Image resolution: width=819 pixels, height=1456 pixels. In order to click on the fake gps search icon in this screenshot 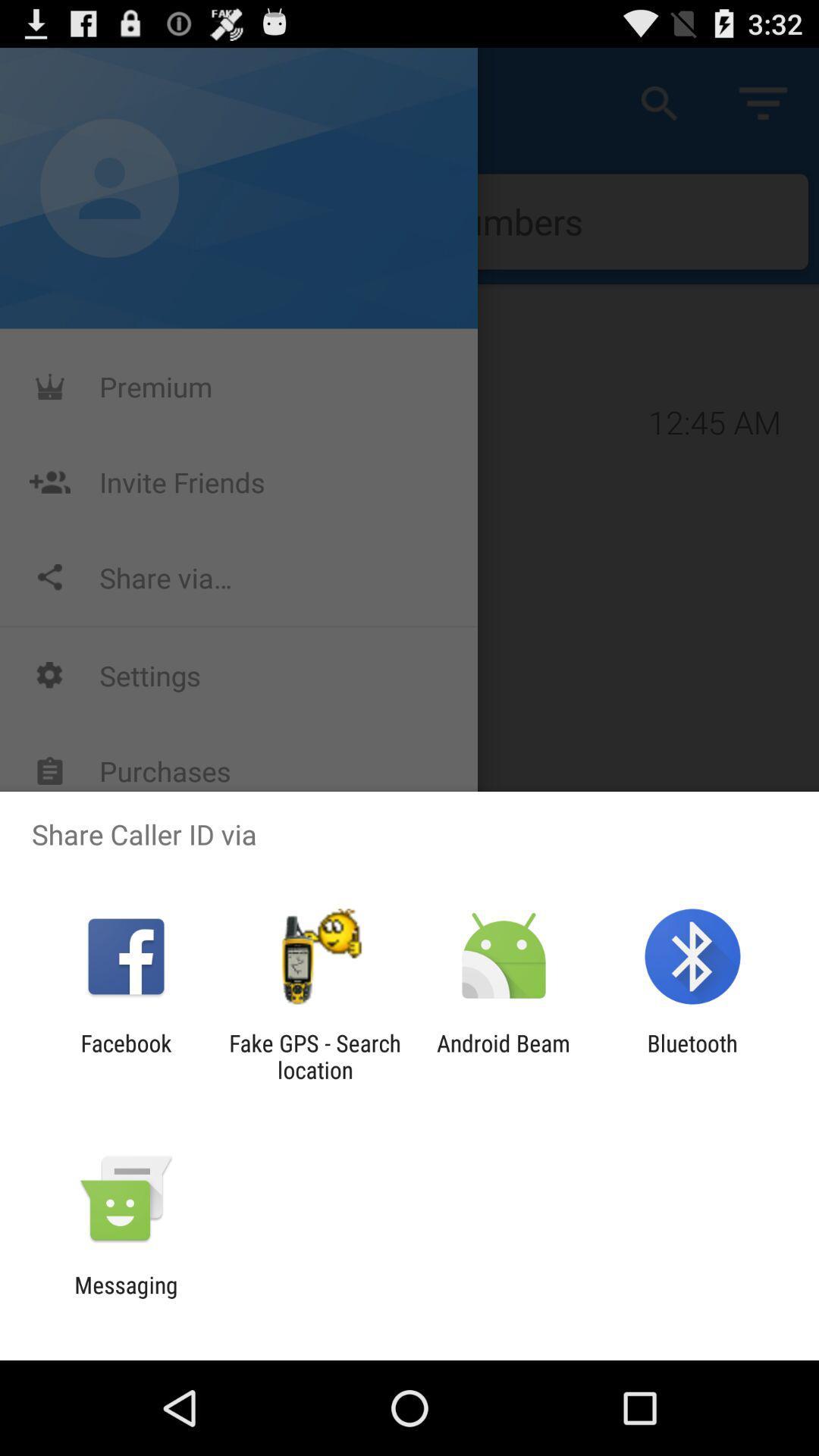, I will do `click(314, 1056)`.